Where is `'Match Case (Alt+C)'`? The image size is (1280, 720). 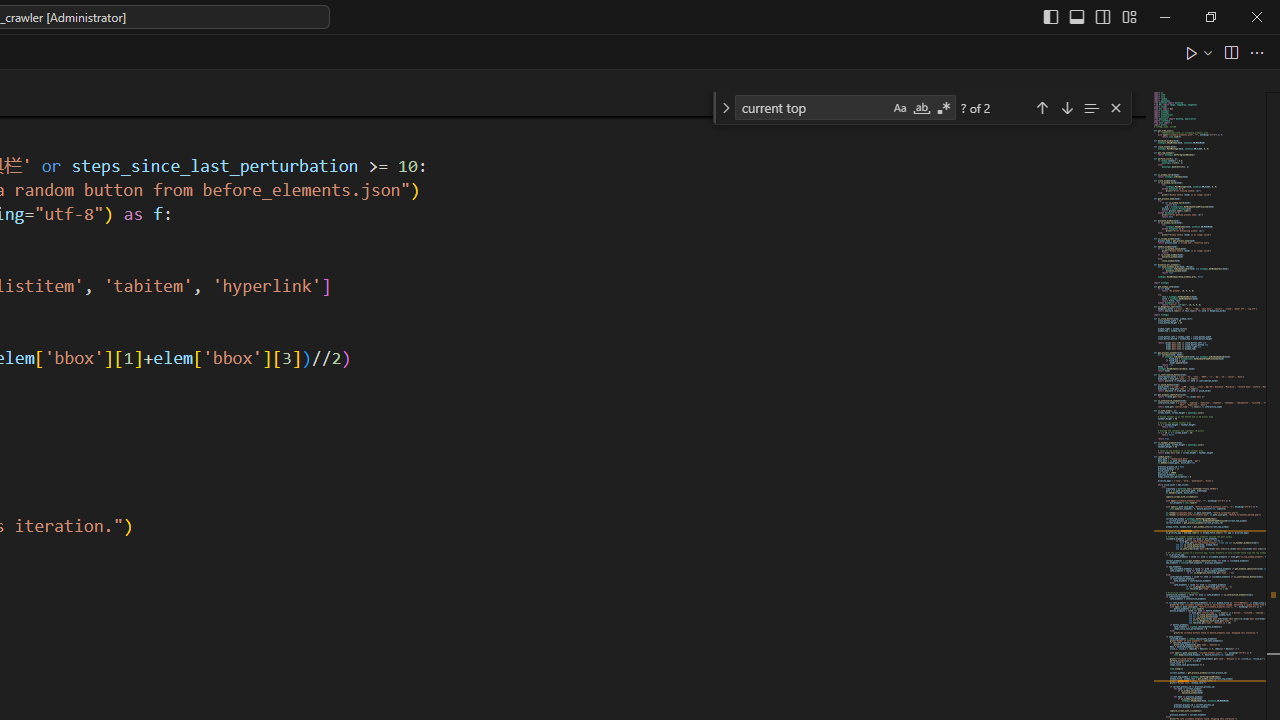 'Match Case (Alt+C)' is located at coordinates (898, 108).